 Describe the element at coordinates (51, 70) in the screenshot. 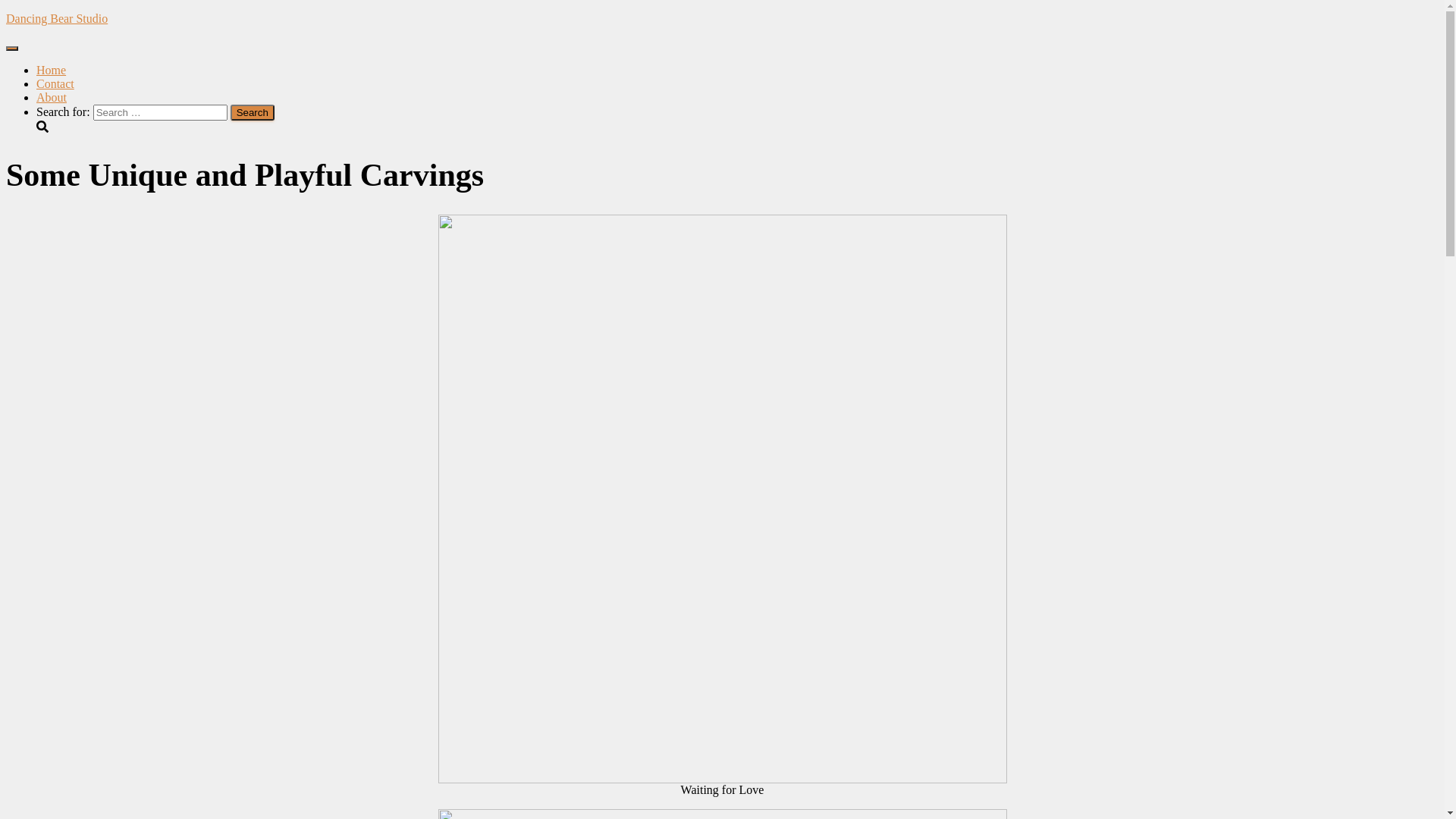

I see `'Home'` at that location.